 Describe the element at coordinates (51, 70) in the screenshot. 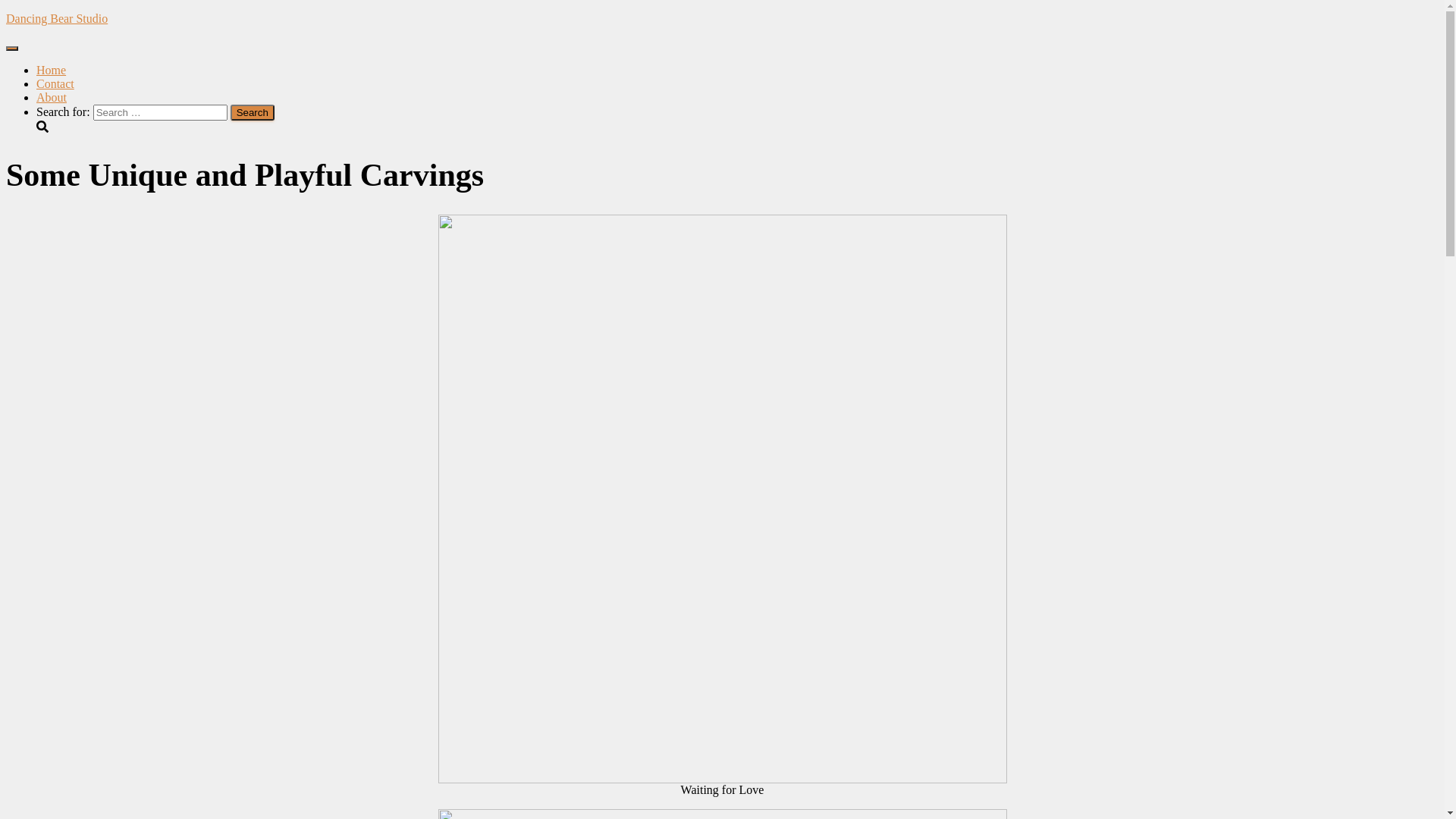

I see `'Home'` at that location.